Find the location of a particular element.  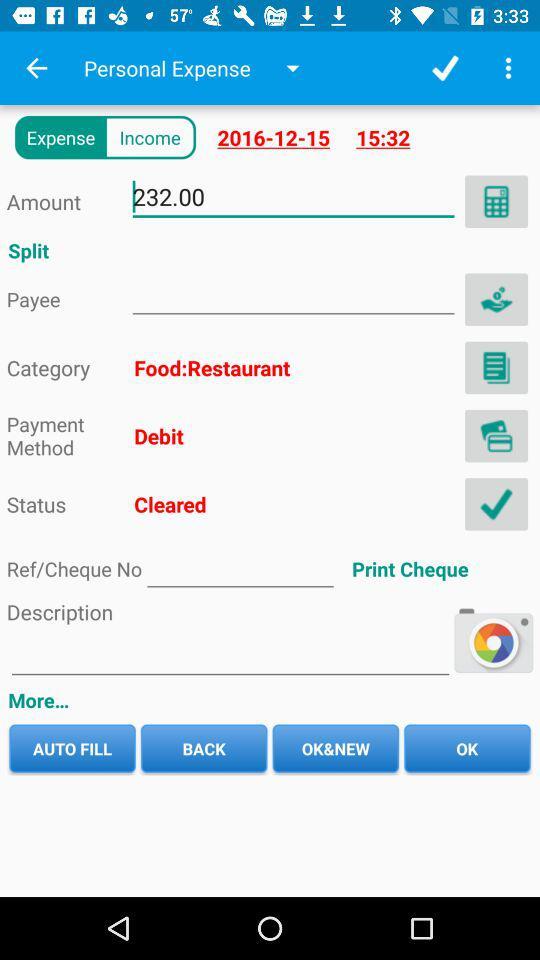

menu is located at coordinates (495, 436).